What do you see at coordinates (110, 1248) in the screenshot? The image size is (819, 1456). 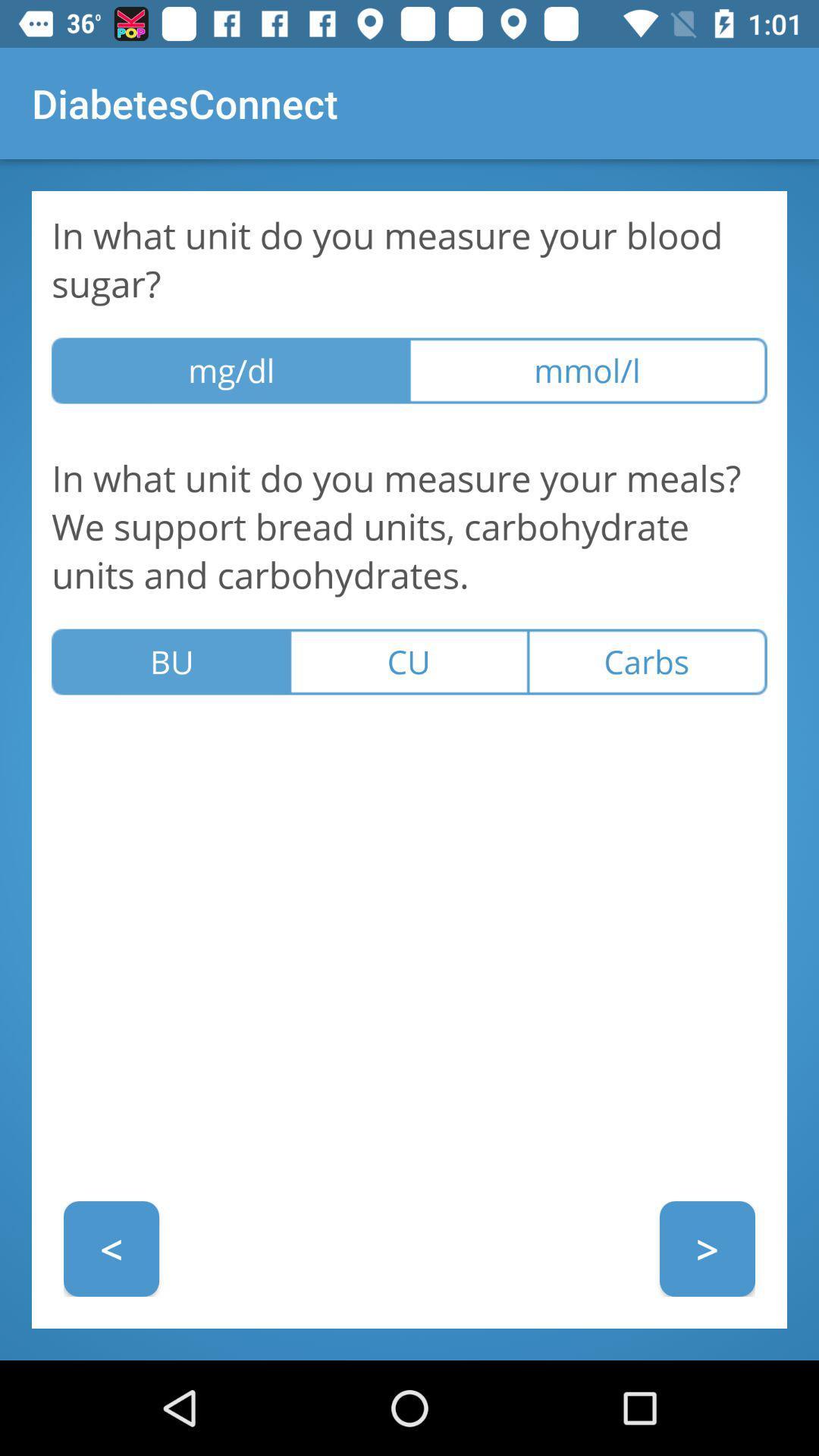 I see `the item at the bottom left corner` at bounding box center [110, 1248].